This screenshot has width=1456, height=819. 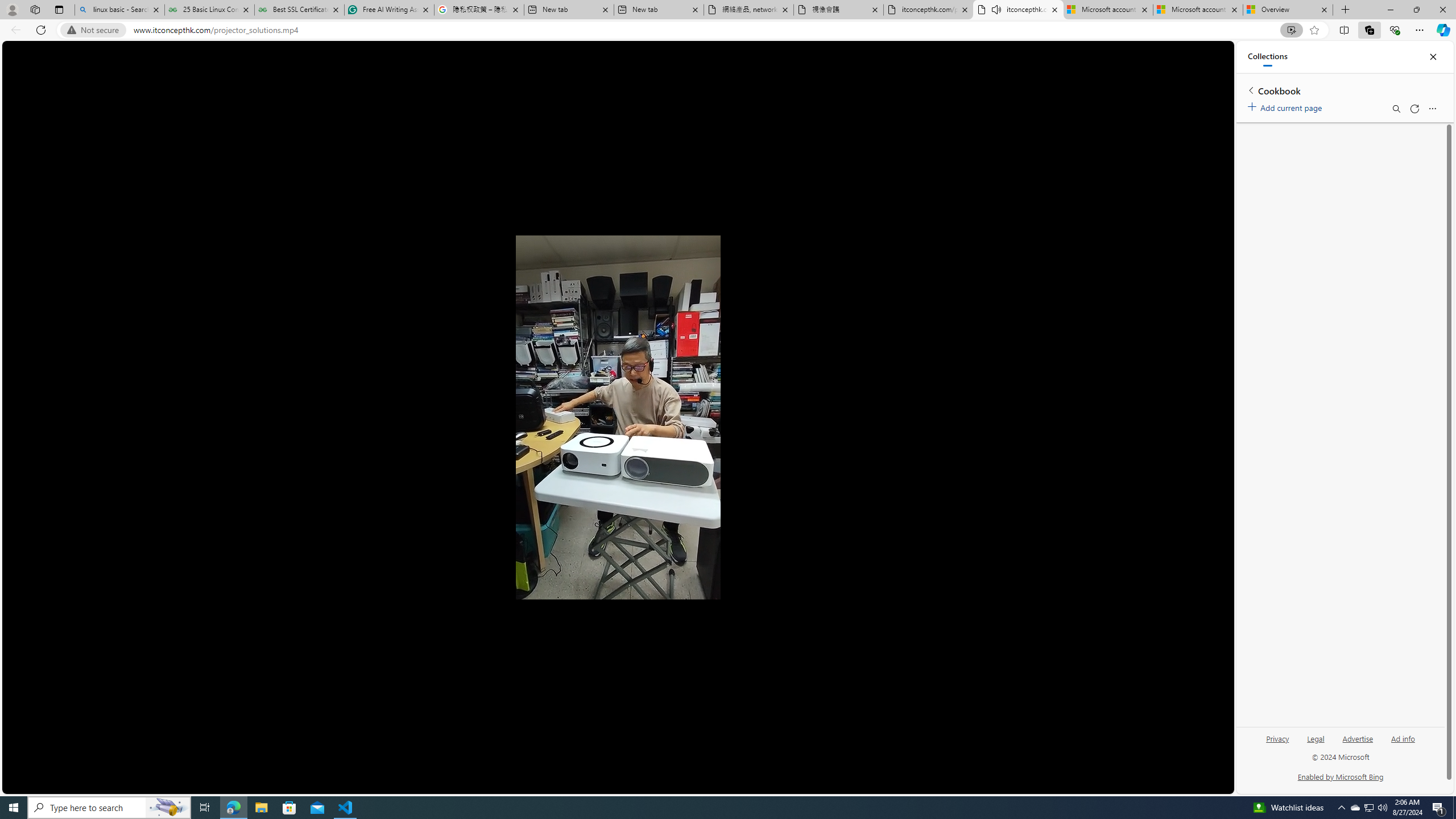 What do you see at coordinates (1433, 109) in the screenshot?
I see `'More options menu'` at bounding box center [1433, 109].